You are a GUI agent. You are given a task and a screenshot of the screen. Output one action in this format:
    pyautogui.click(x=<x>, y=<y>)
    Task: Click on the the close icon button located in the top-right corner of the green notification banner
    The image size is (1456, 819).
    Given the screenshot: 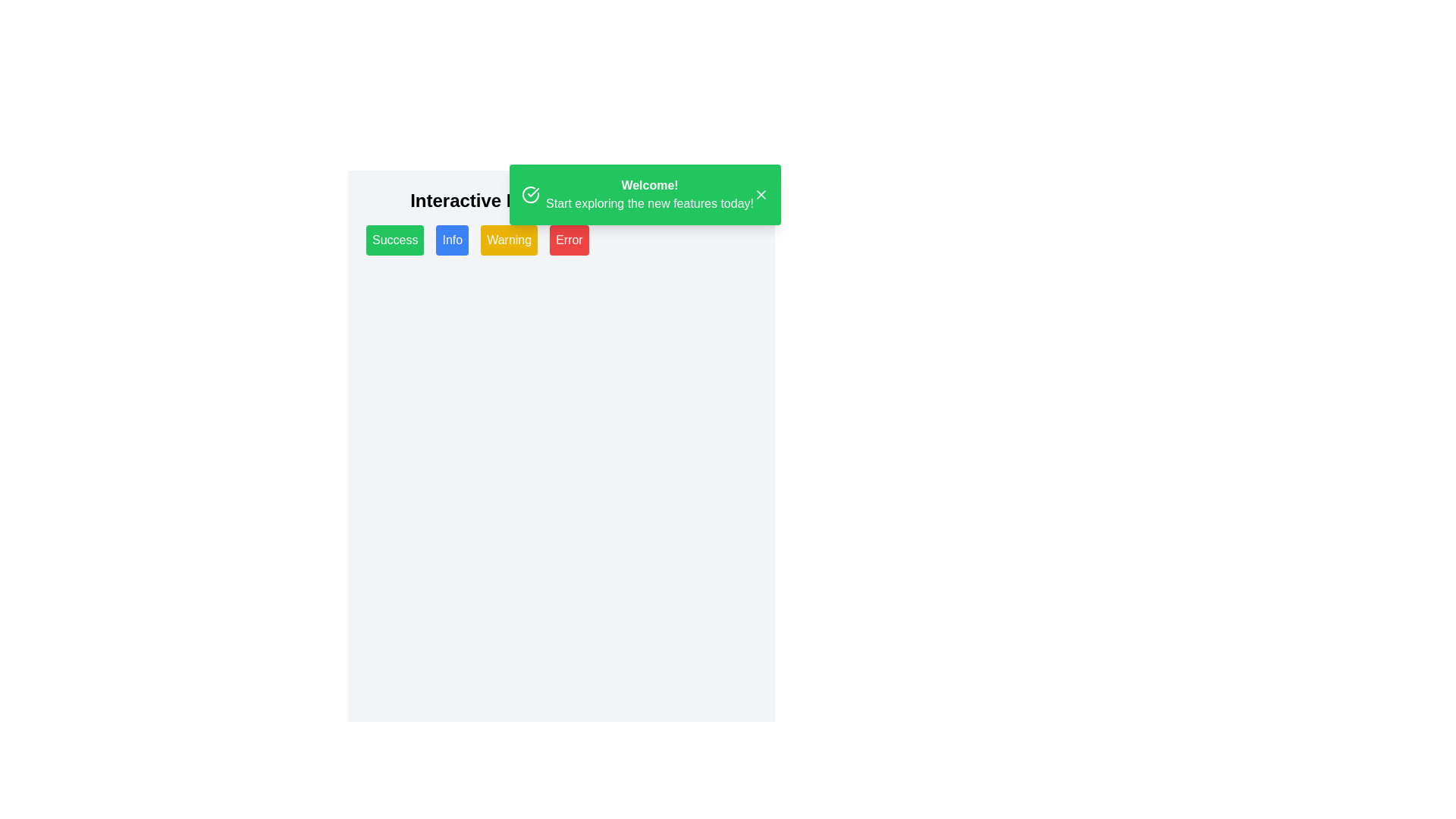 What is the action you would take?
    pyautogui.click(x=761, y=194)
    